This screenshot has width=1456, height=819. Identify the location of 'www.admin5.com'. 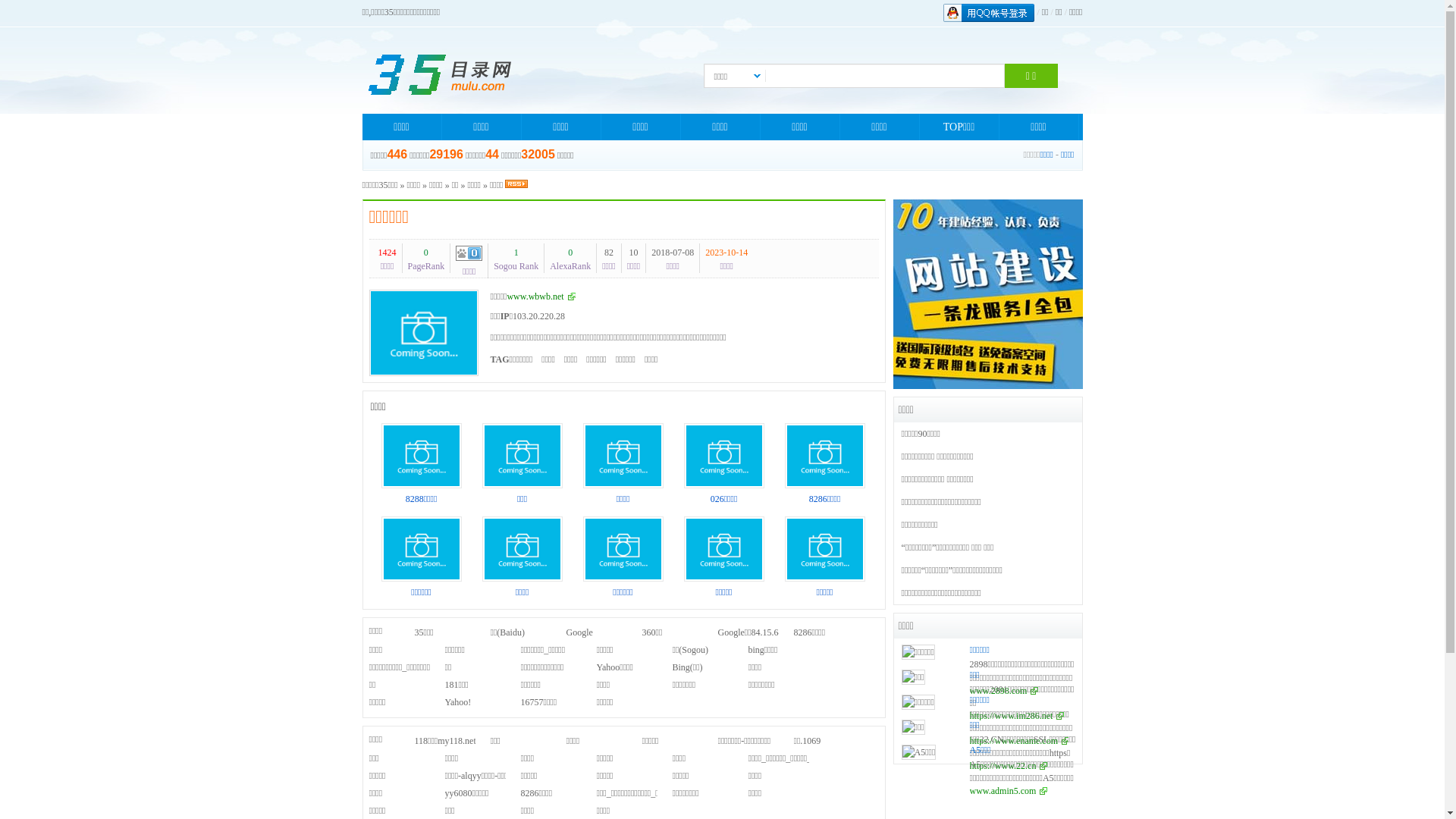
(1008, 789).